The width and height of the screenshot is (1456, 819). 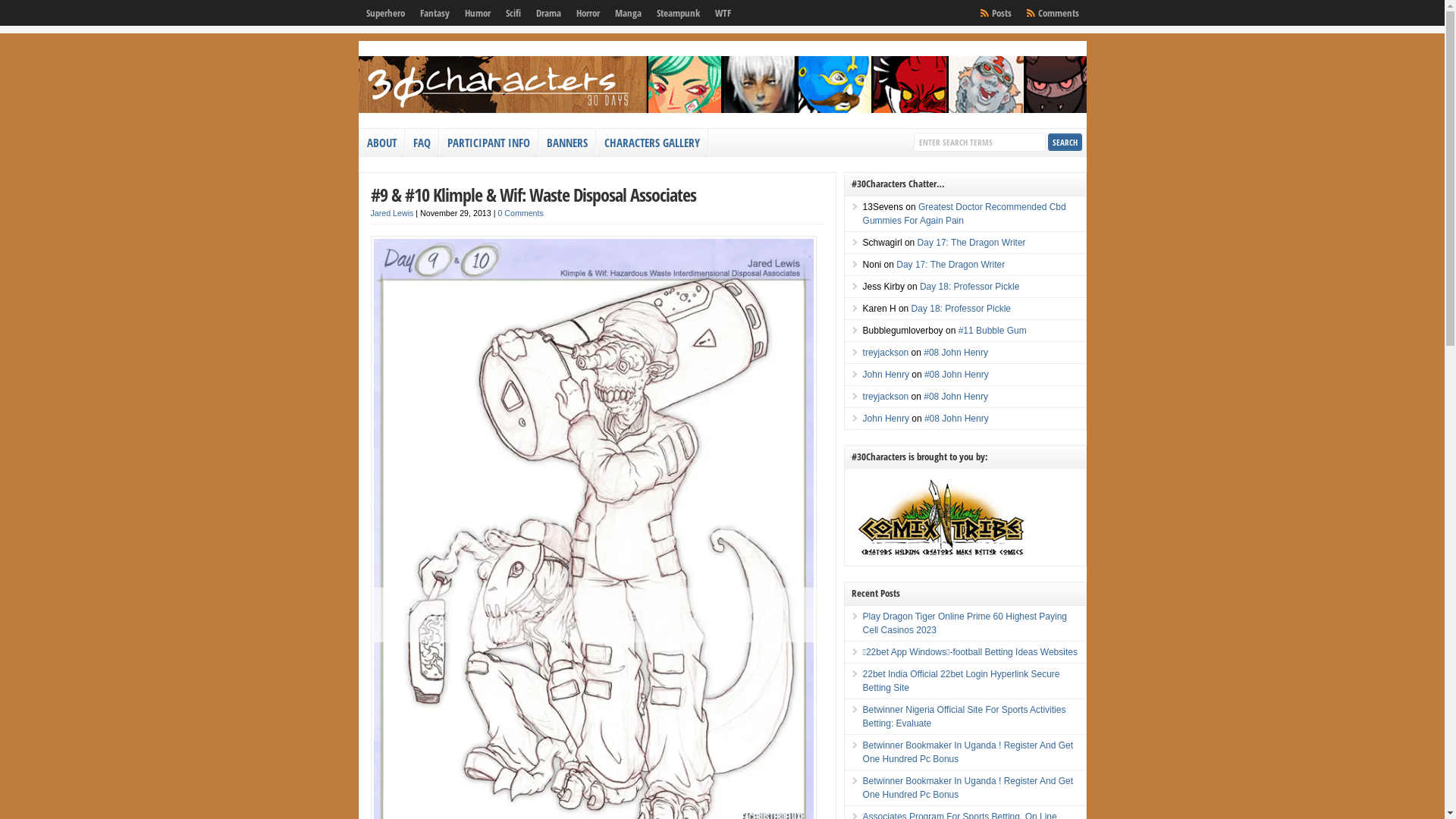 I want to click on 'Superhero', so click(x=384, y=12).